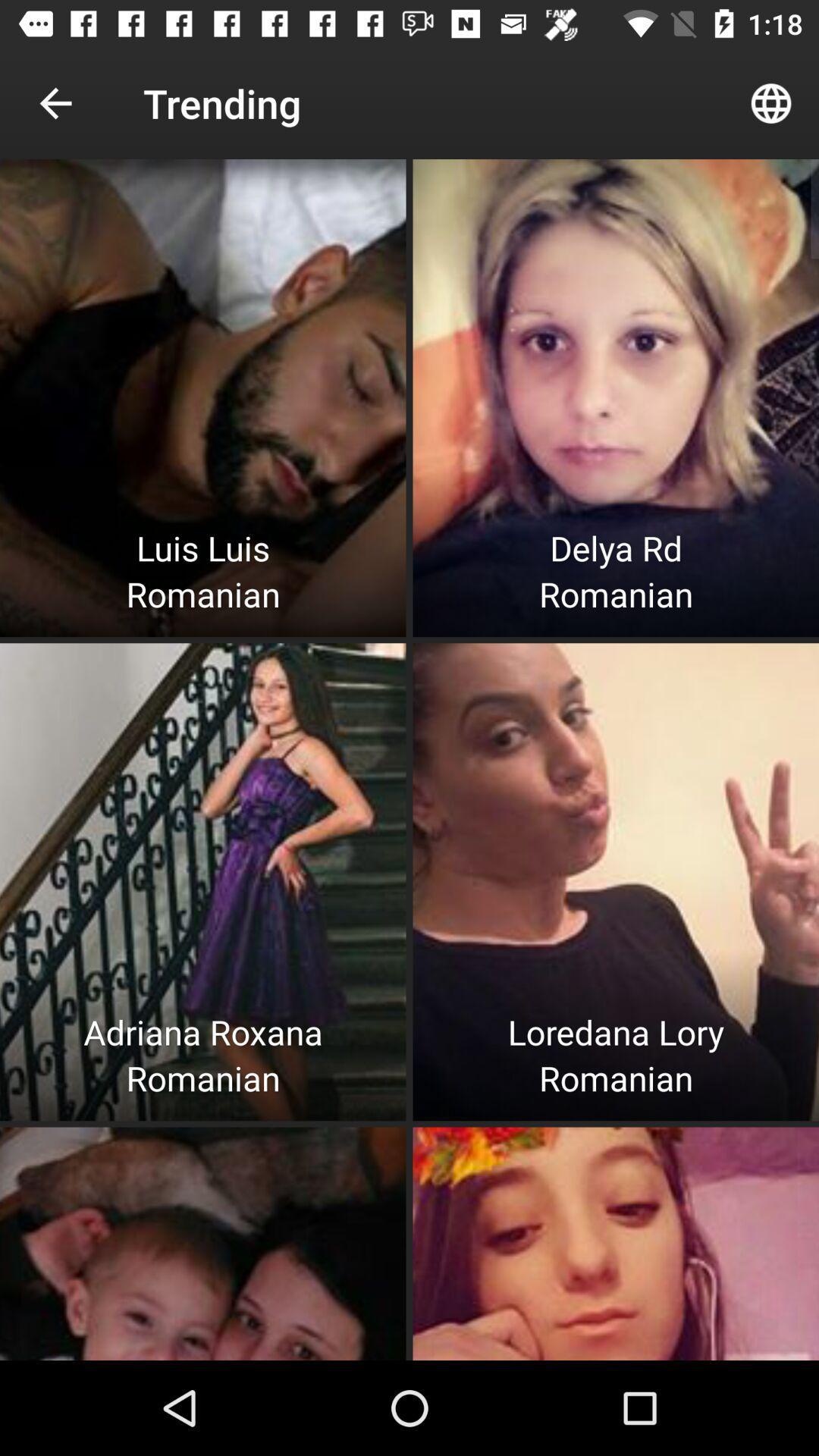 Image resolution: width=819 pixels, height=1456 pixels. Describe the element at coordinates (55, 102) in the screenshot. I see `the icon to the left of trending item` at that location.